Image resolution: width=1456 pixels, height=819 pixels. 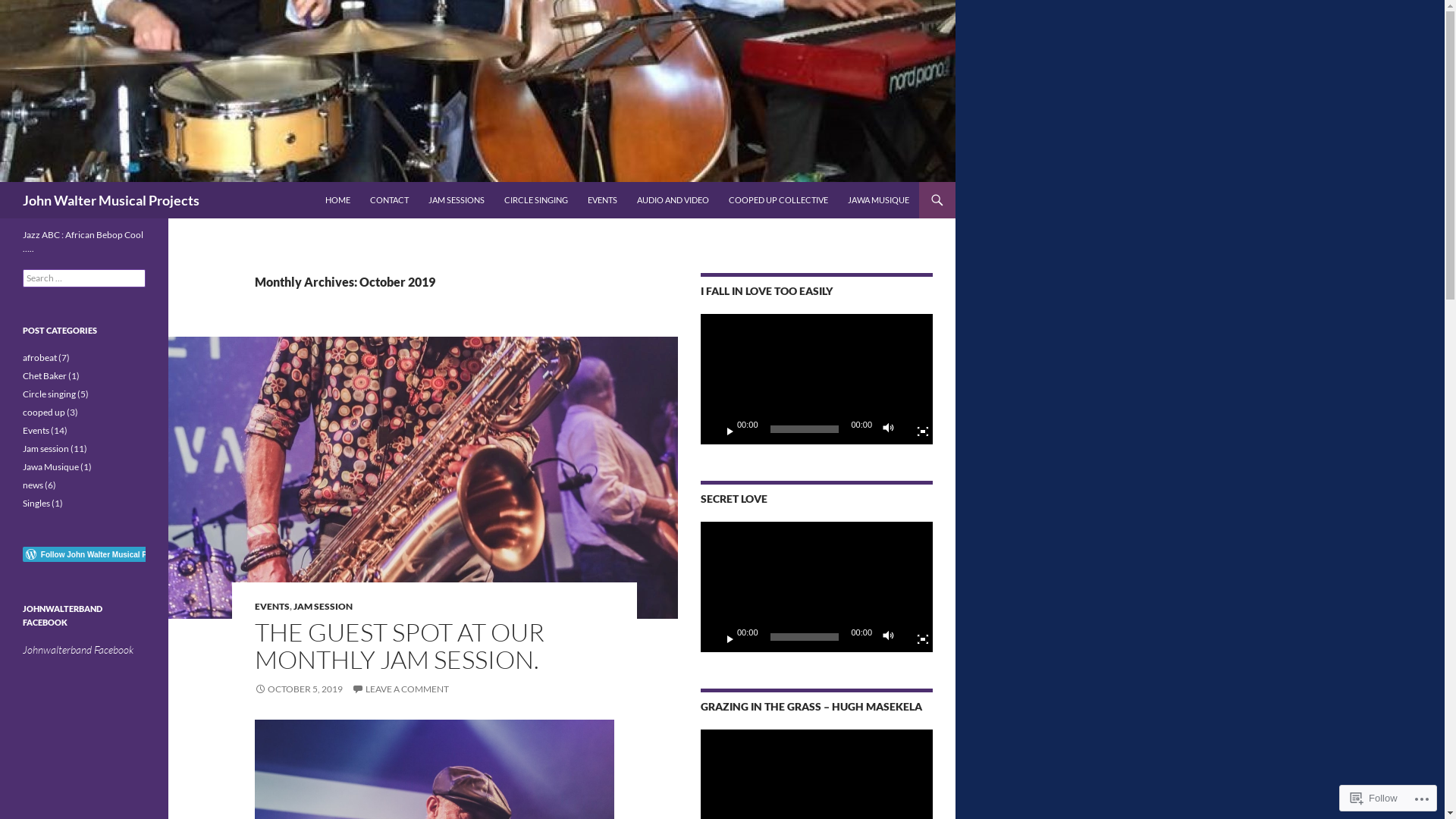 What do you see at coordinates (878, 199) in the screenshot?
I see `'JAWA MUSIQUE'` at bounding box center [878, 199].